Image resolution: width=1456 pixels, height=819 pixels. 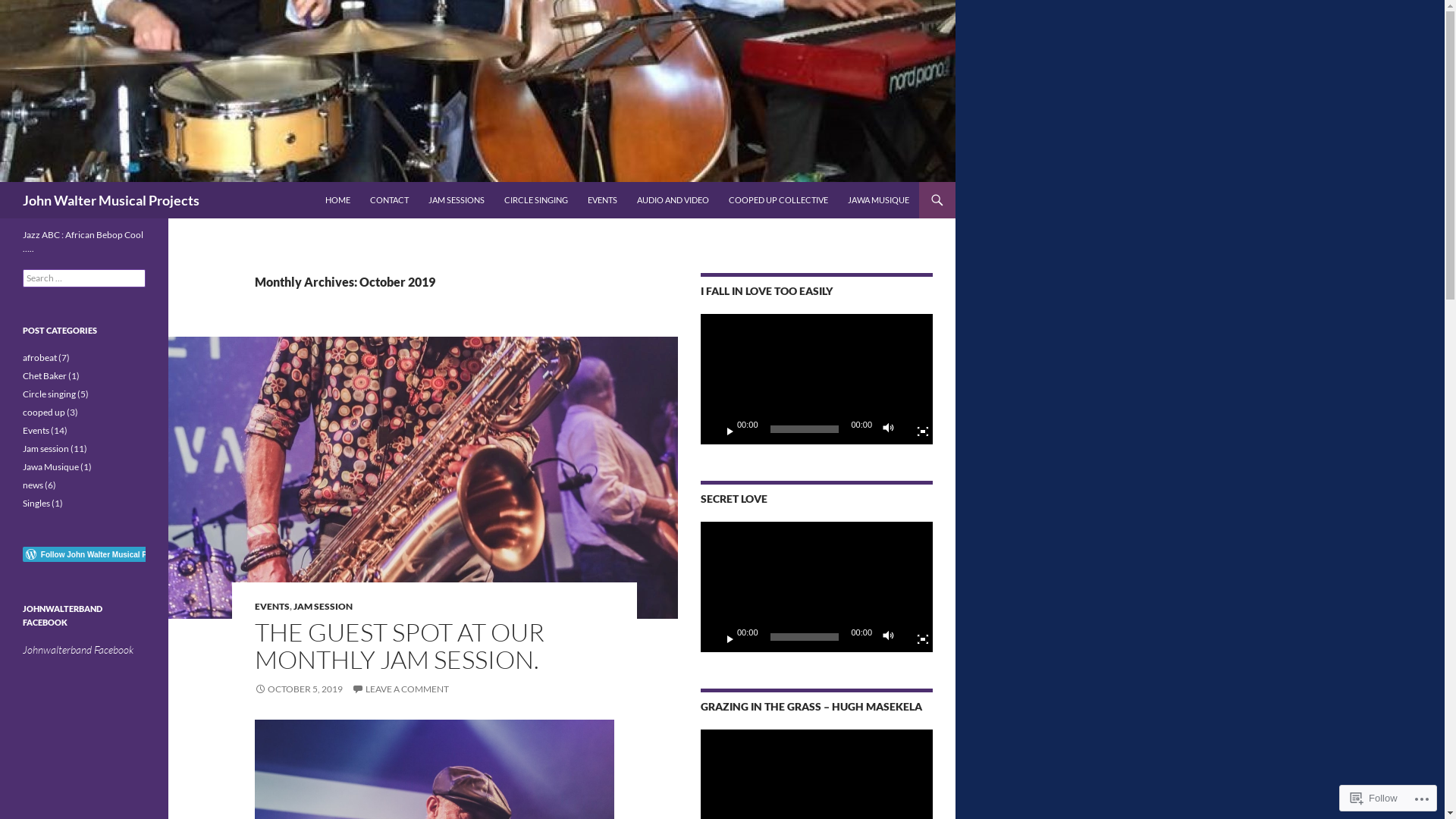 What do you see at coordinates (878, 199) in the screenshot?
I see `'JAWA MUSIQUE'` at bounding box center [878, 199].